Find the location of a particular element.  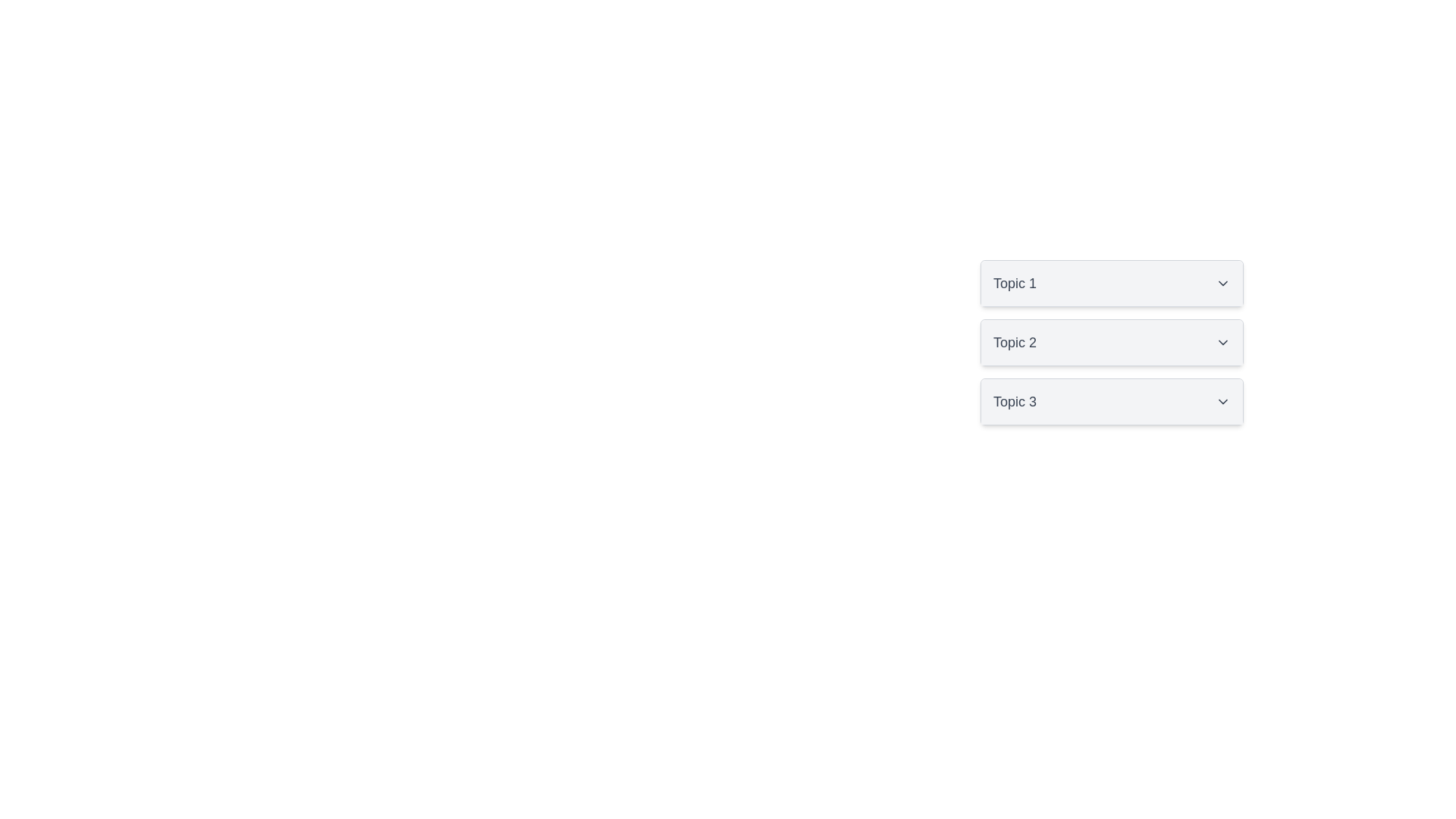

the 'Topic 3' collapsible button is located at coordinates (1112, 400).